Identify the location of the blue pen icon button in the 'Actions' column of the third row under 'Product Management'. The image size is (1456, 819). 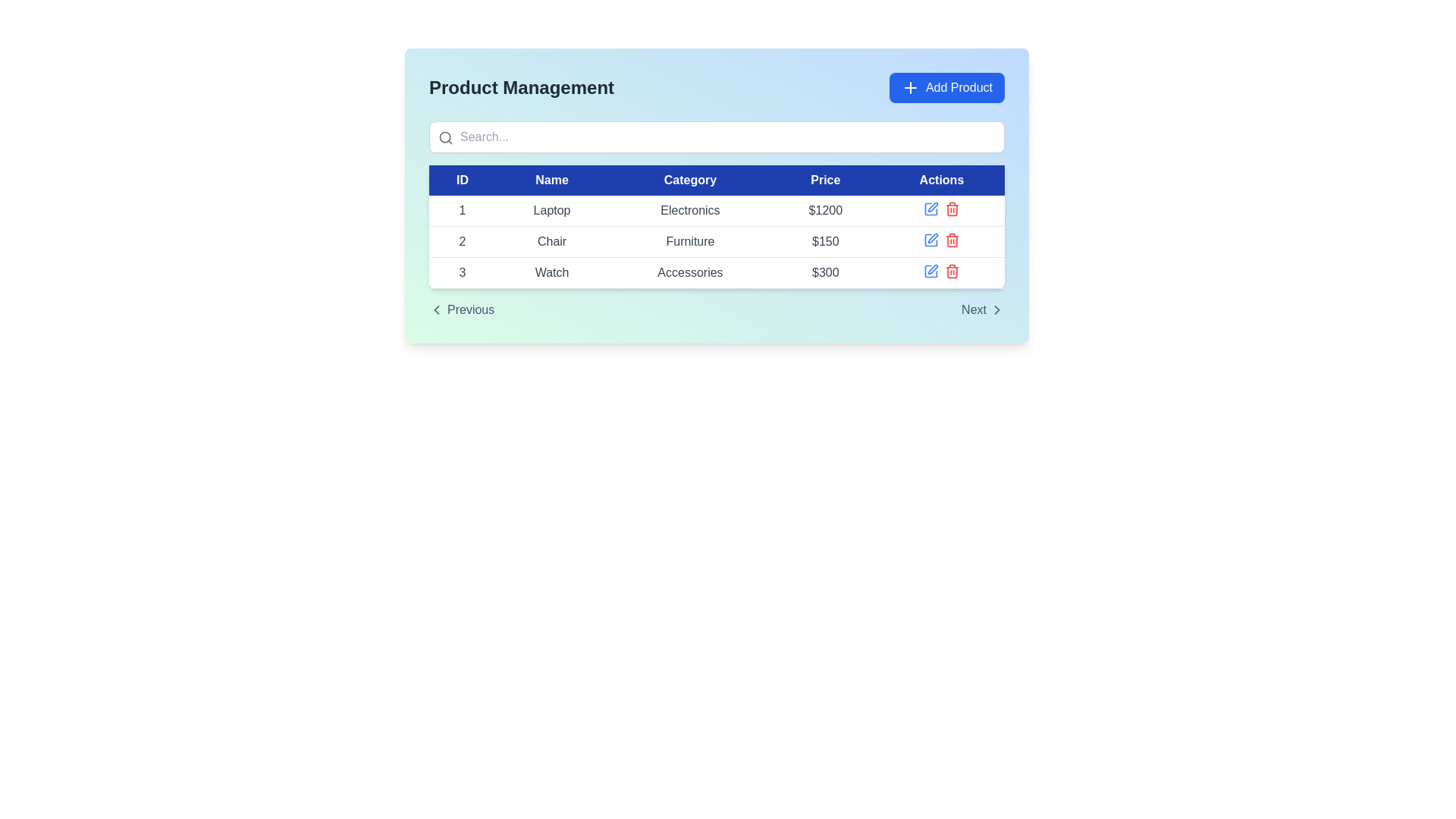
(930, 271).